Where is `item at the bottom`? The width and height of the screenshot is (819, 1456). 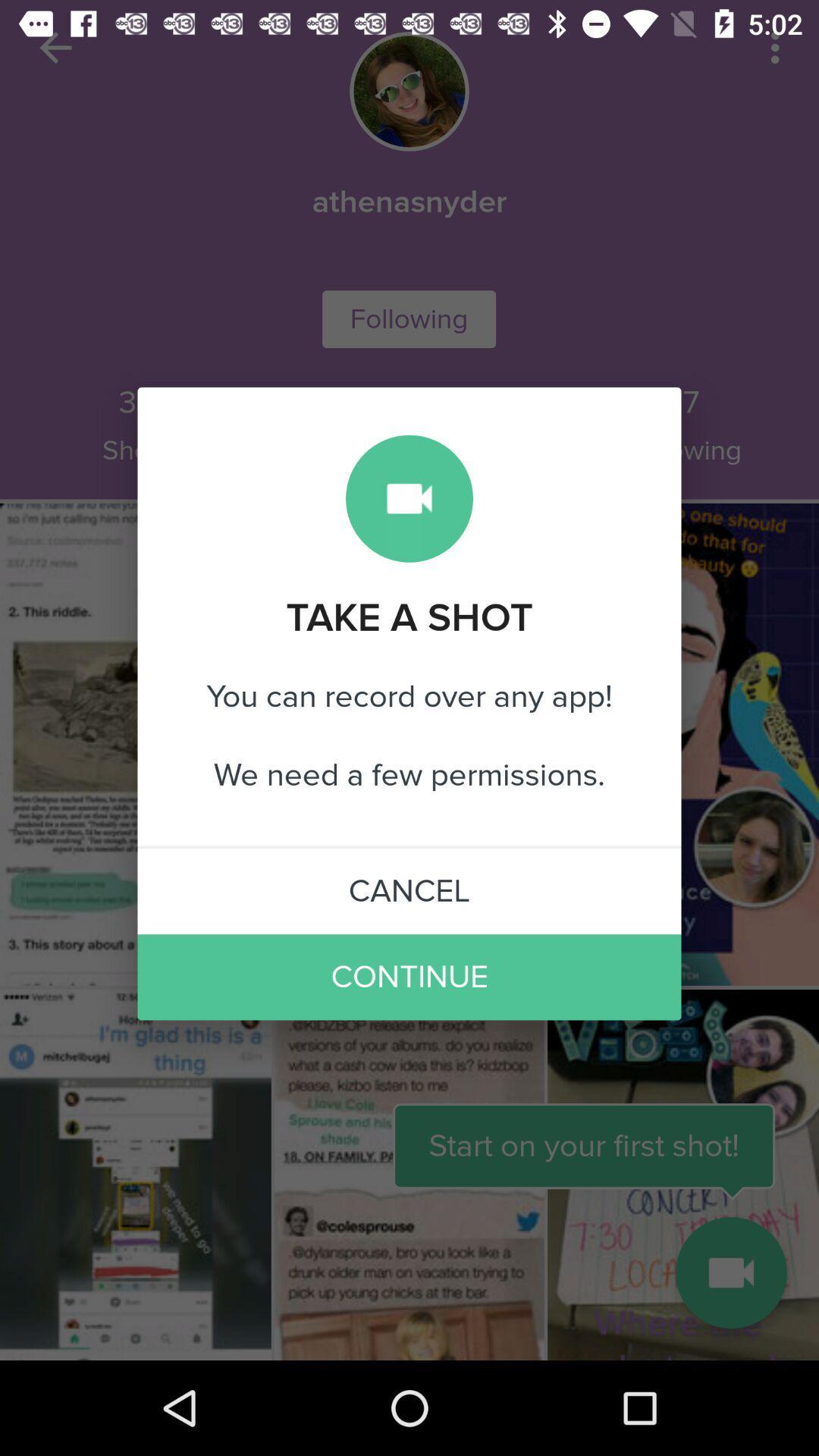
item at the bottom is located at coordinates (409, 977).